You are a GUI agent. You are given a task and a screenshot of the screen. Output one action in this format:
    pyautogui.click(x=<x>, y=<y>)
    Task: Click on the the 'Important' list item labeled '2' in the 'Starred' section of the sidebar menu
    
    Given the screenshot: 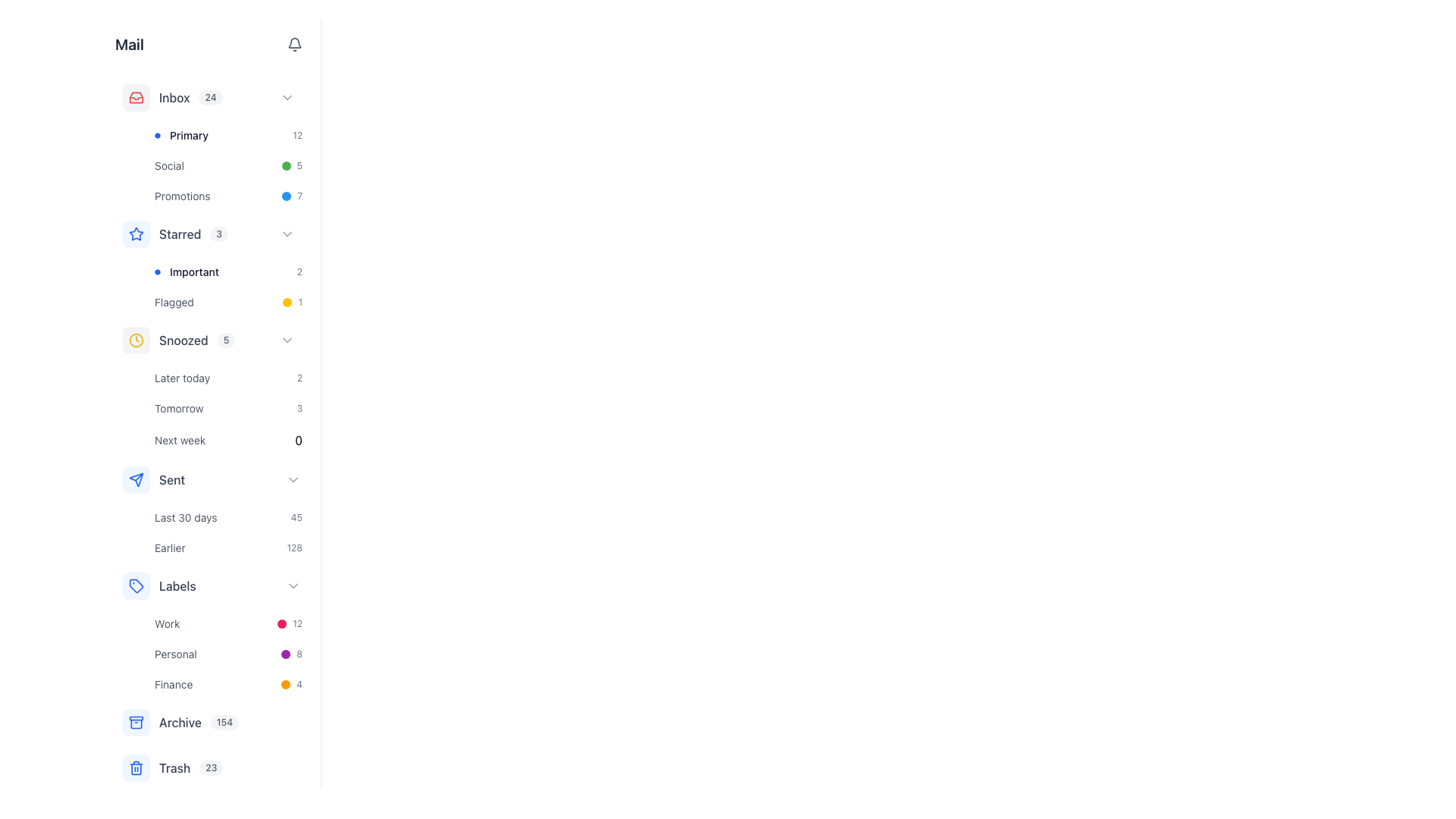 What is the action you would take?
    pyautogui.click(x=211, y=263)
    